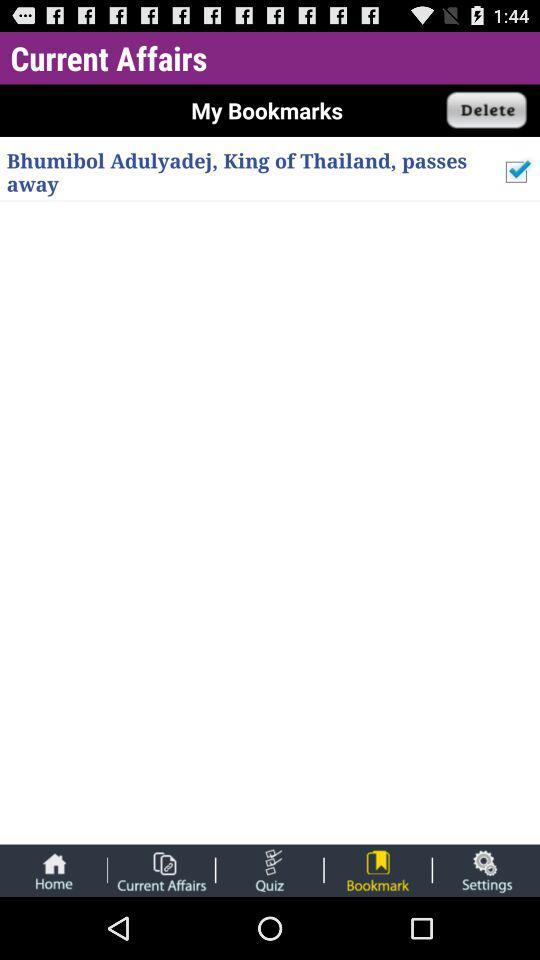 This screenshot has height=960, width=540. Describe the element at coordinates (269, 931) in the screenshot. I see `the more icon` at that location.